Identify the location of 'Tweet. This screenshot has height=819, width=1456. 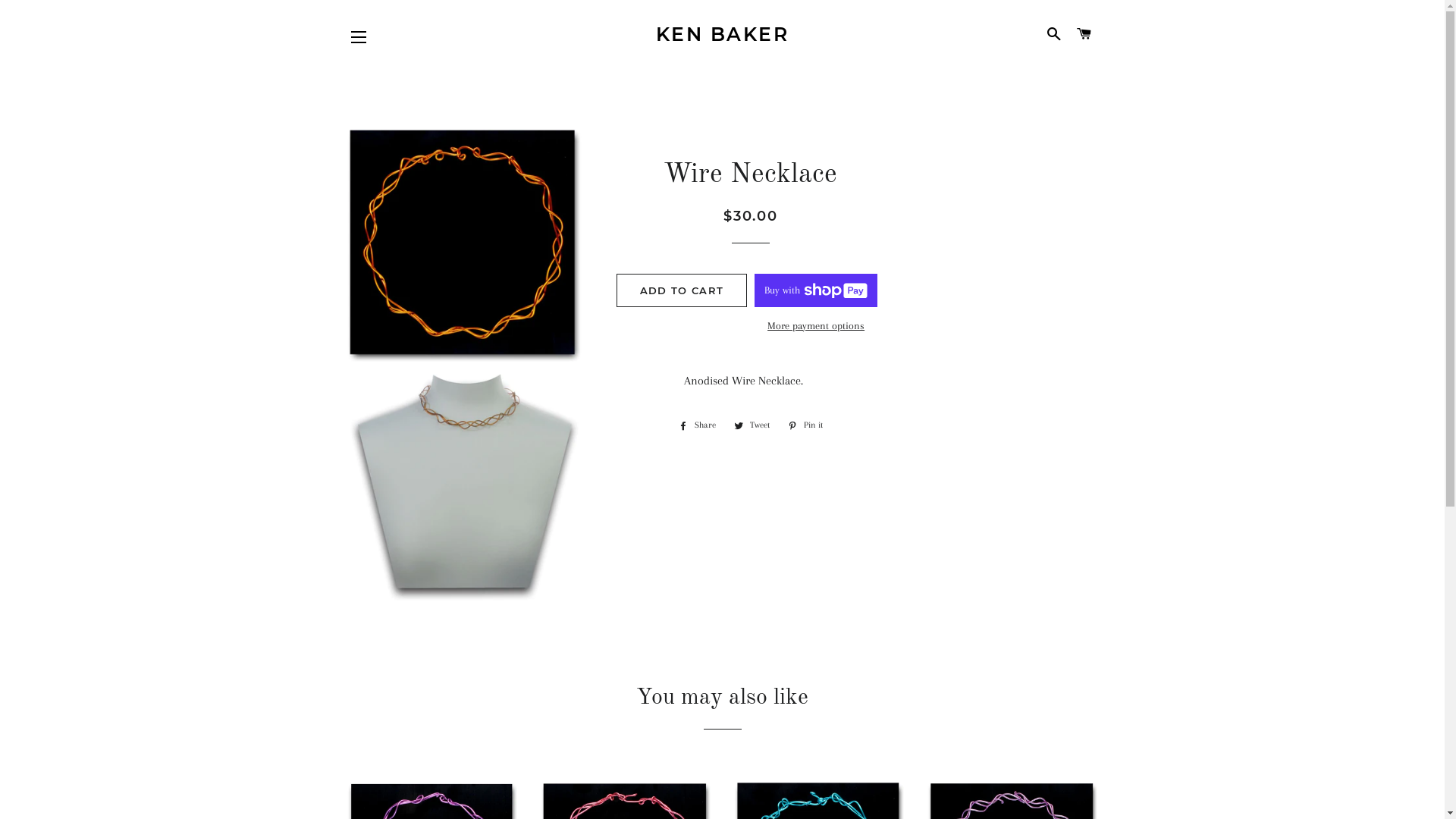
(752, 425).